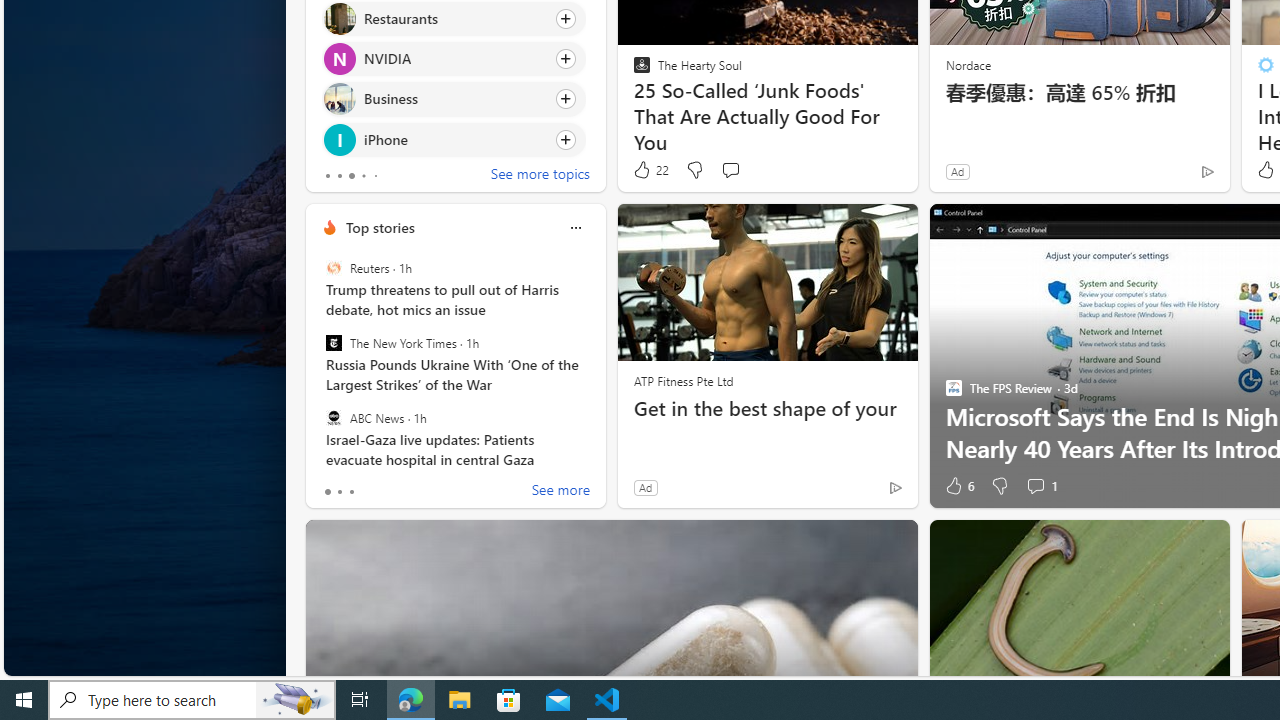  I want to click on 'Reuters', so click(333, 267).